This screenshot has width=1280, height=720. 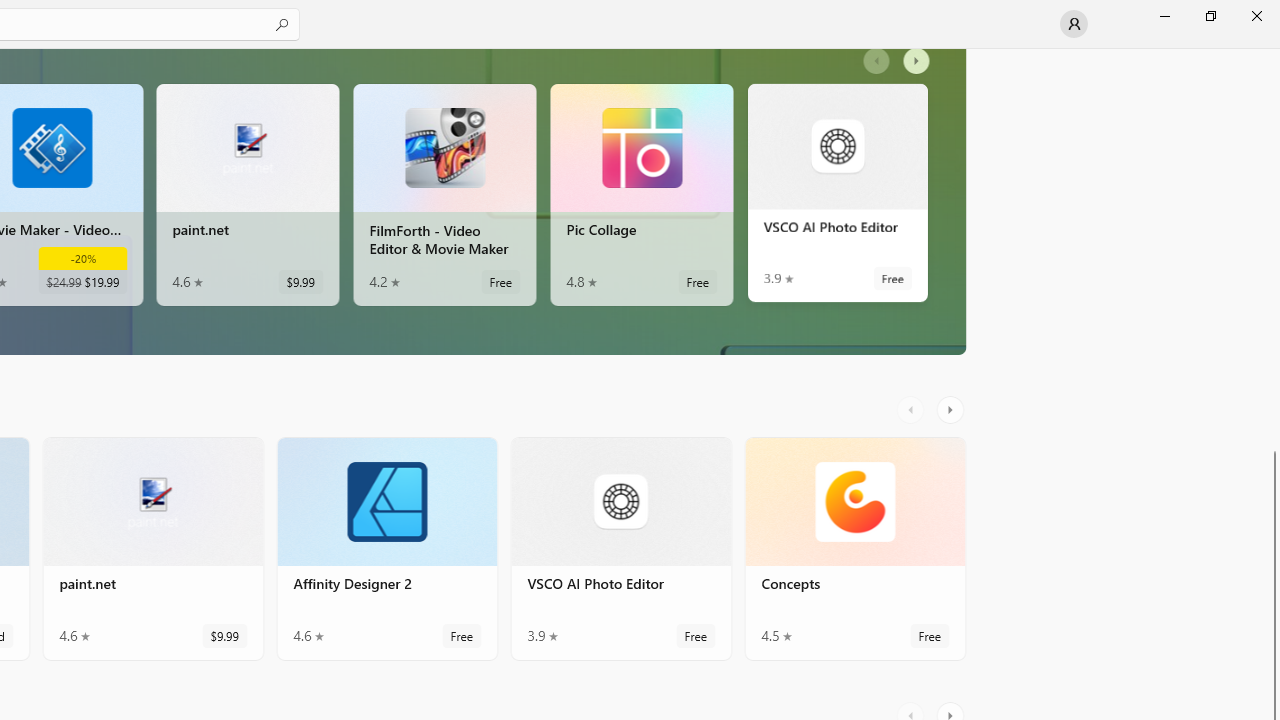 What do you see at coordinates (1209, 15) in the screenshot?
I see `'Restore Microsoft Store'` at bounding box center [1209, 15].